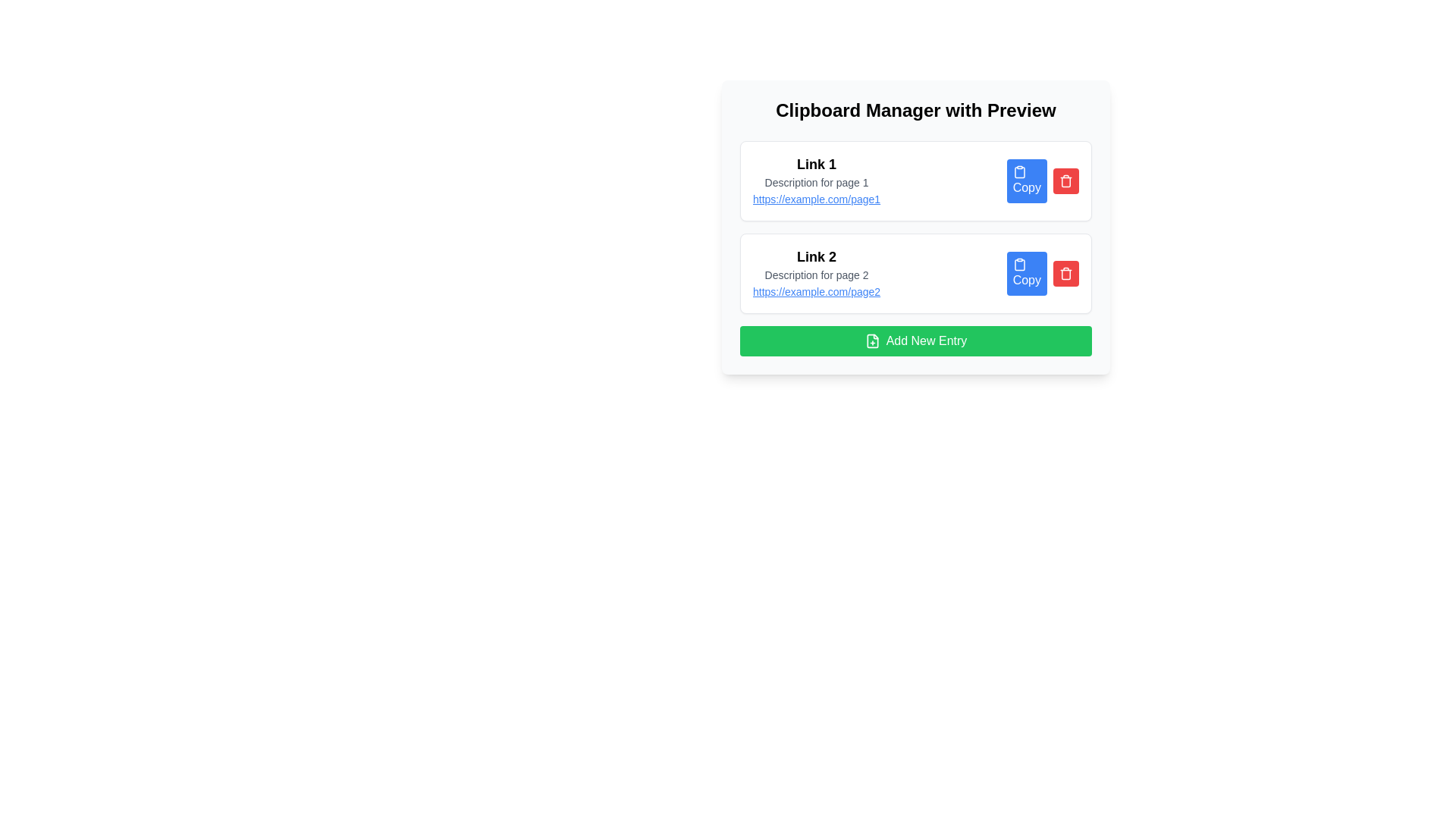  What do you see at coordinates (1042, 274) in the screenshot?
I see `the second 'Copy' button located to the right of the 'Link 2Description for page 2https://example.com/page2' section` at bounding box center [1042, 274].